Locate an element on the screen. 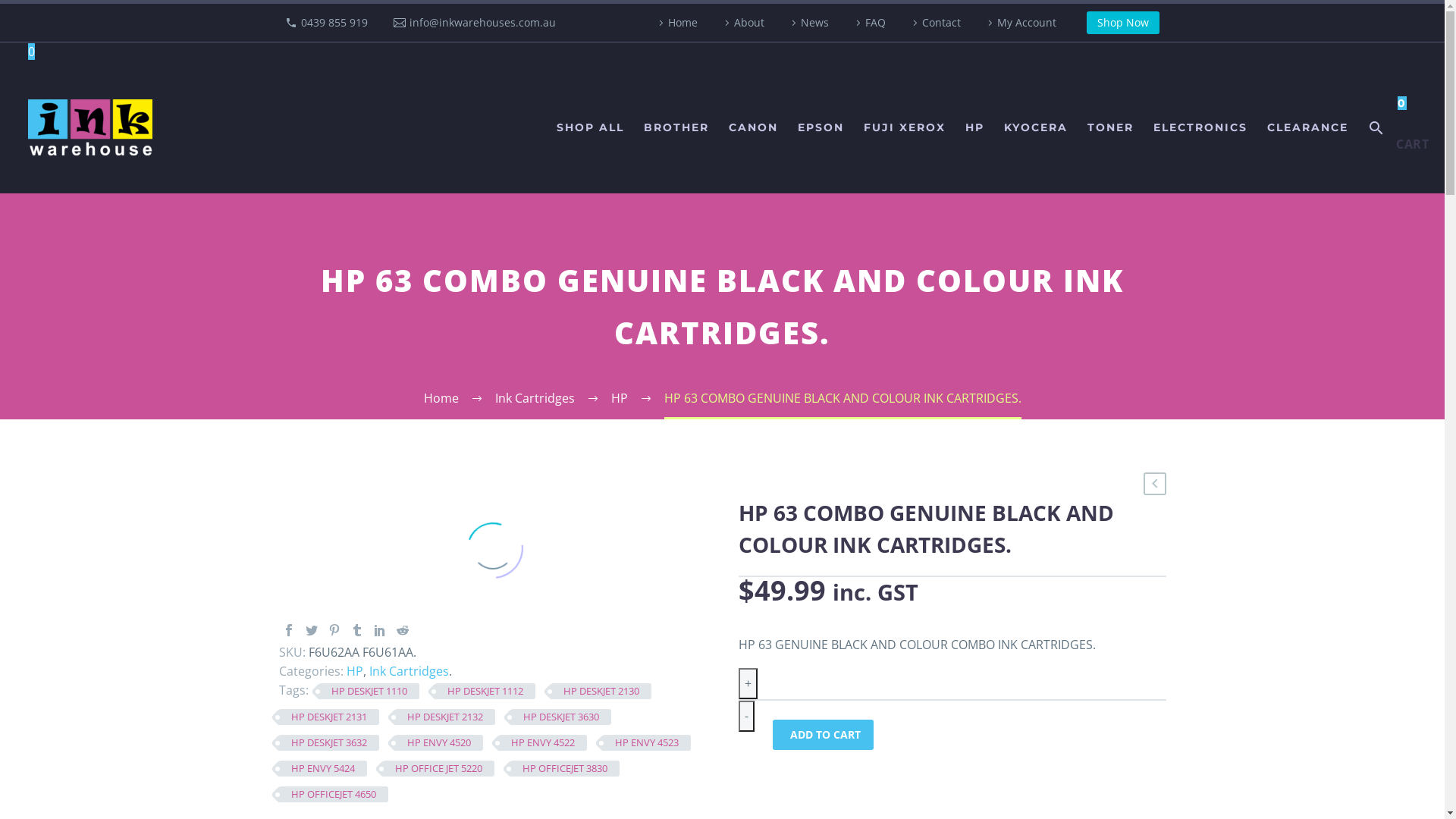  'Shop Now' is located at coordinates (1123, 23).